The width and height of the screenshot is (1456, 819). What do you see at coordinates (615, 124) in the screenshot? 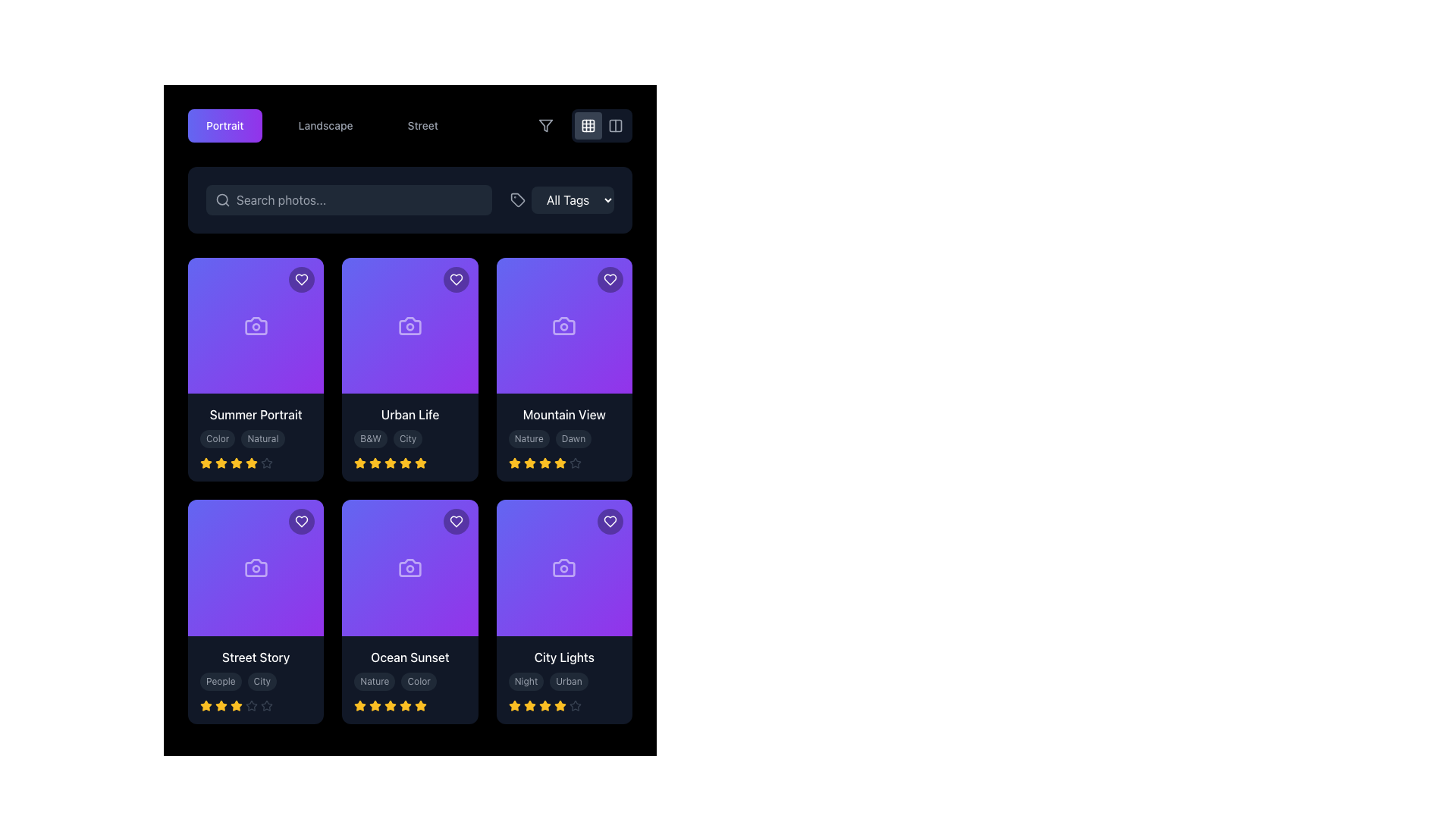
I see `the left rectangle of the two-column layout grid icon located in the top right corner of the interface, next to the filtering icon and above the image cards` at bounding box center [615, 124].